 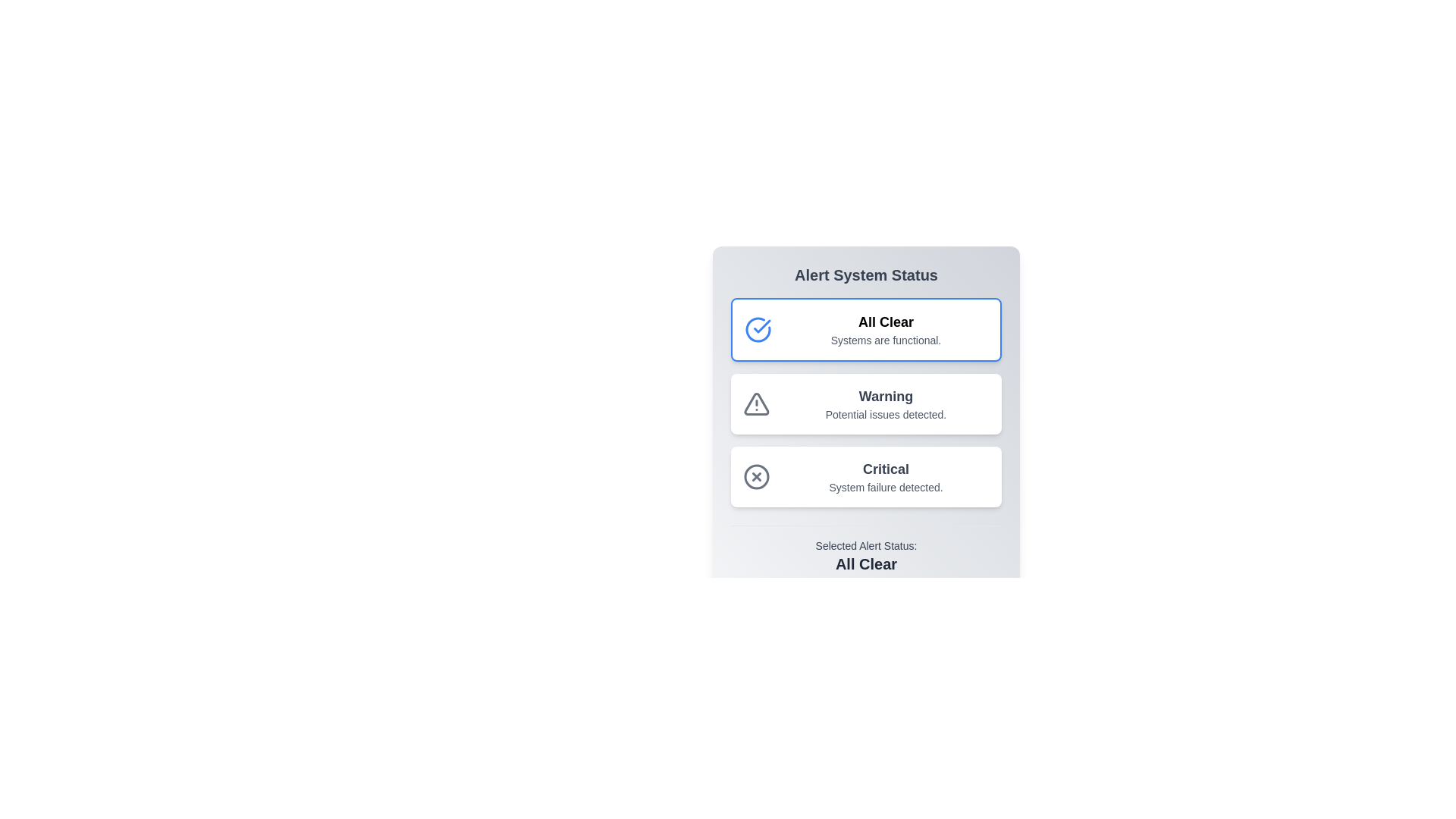 What do you see at coordinates (866, 546) in the screenshot?
I see `the Text label that indicates the current alert status, providing context for the accompanying information` at bounding box center [866, 546].